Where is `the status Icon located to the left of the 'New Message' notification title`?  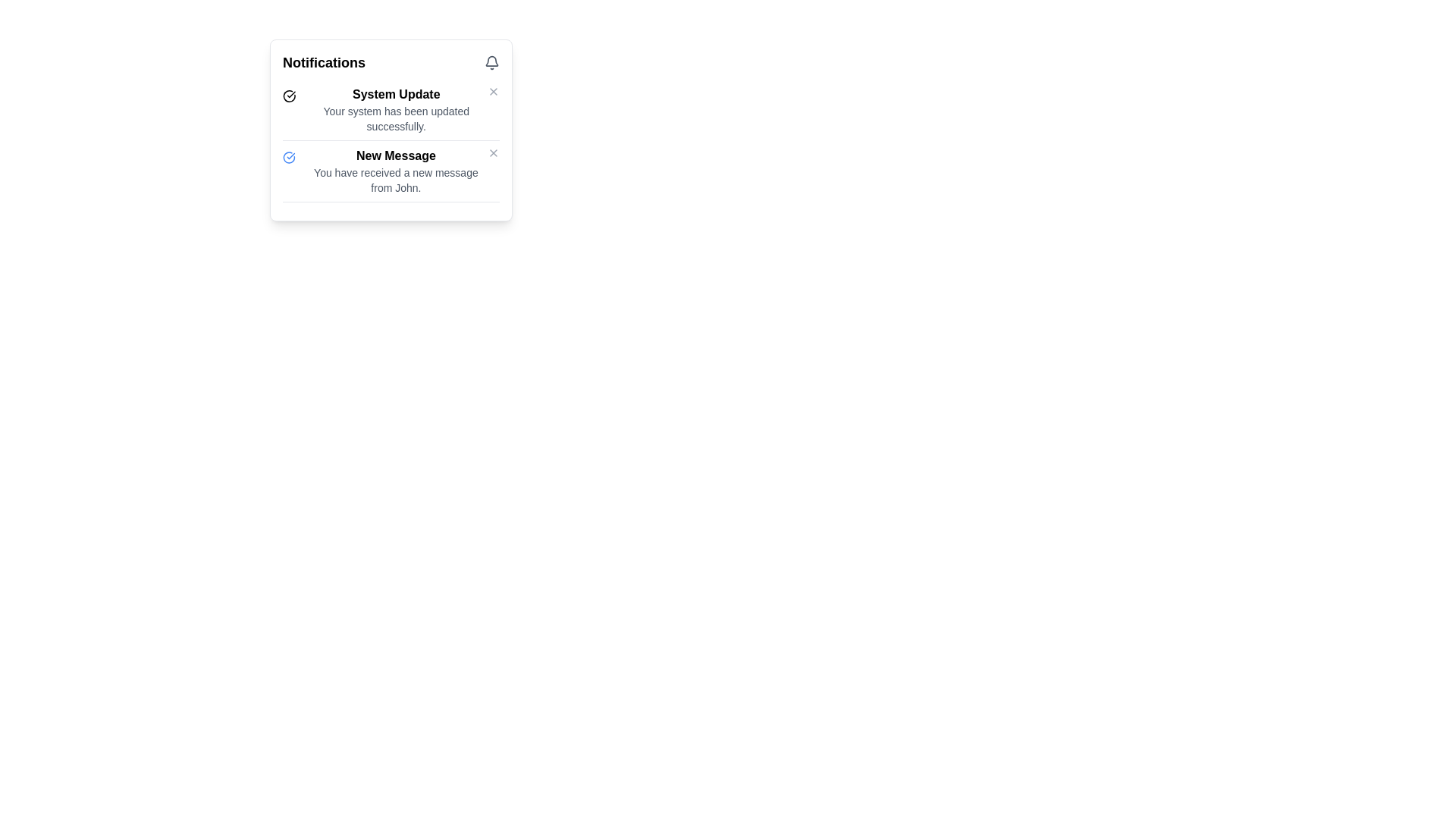 the status Icon located to the left of the 'New Message' notification title is located at coordinates (289, 158).